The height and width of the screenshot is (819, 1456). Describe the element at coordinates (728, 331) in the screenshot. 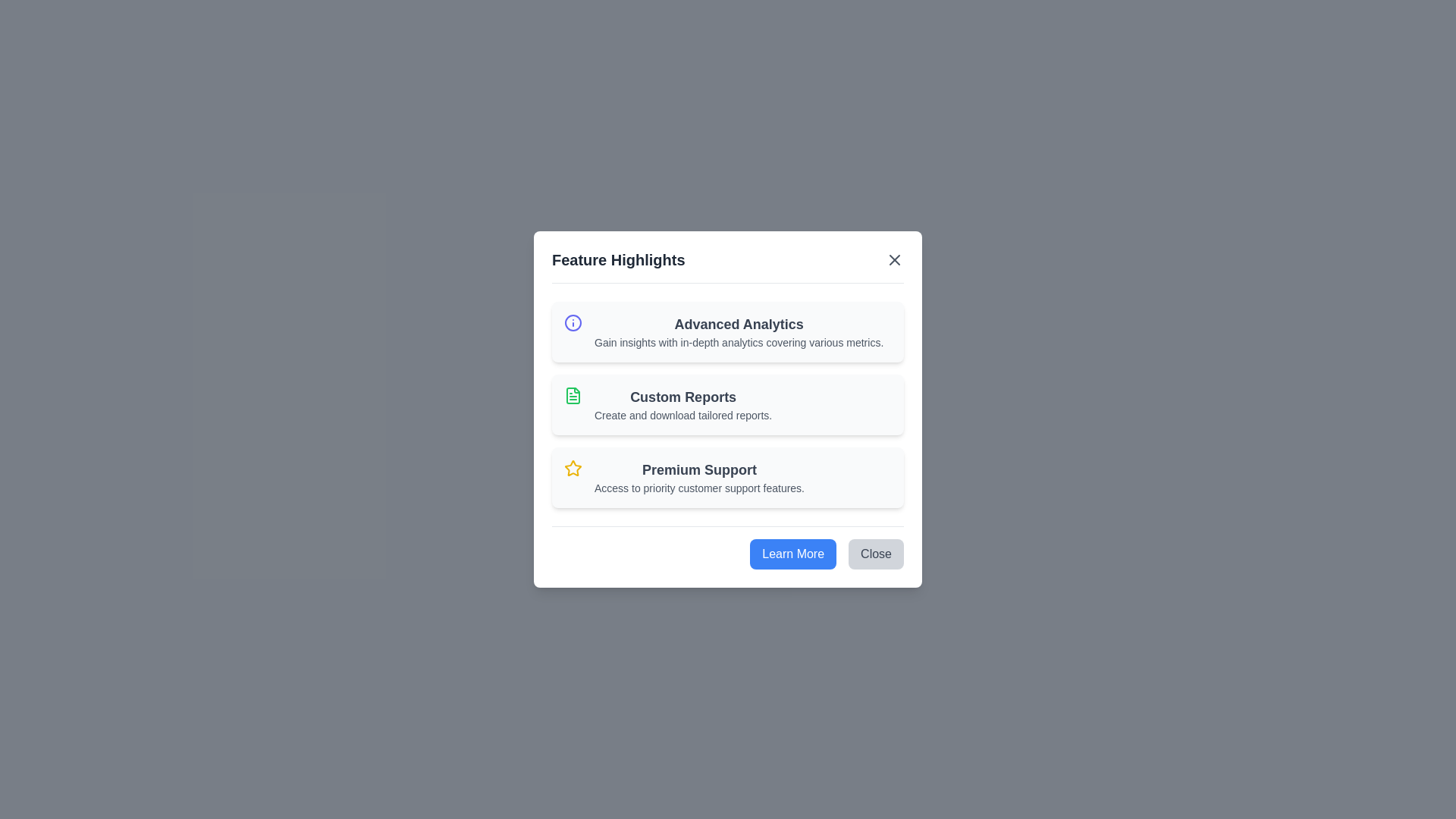

I see `the first feature block in the 'Feature Highlights' modal that provides an informational summary about the 'Advanced Analytics' feature` at that location.